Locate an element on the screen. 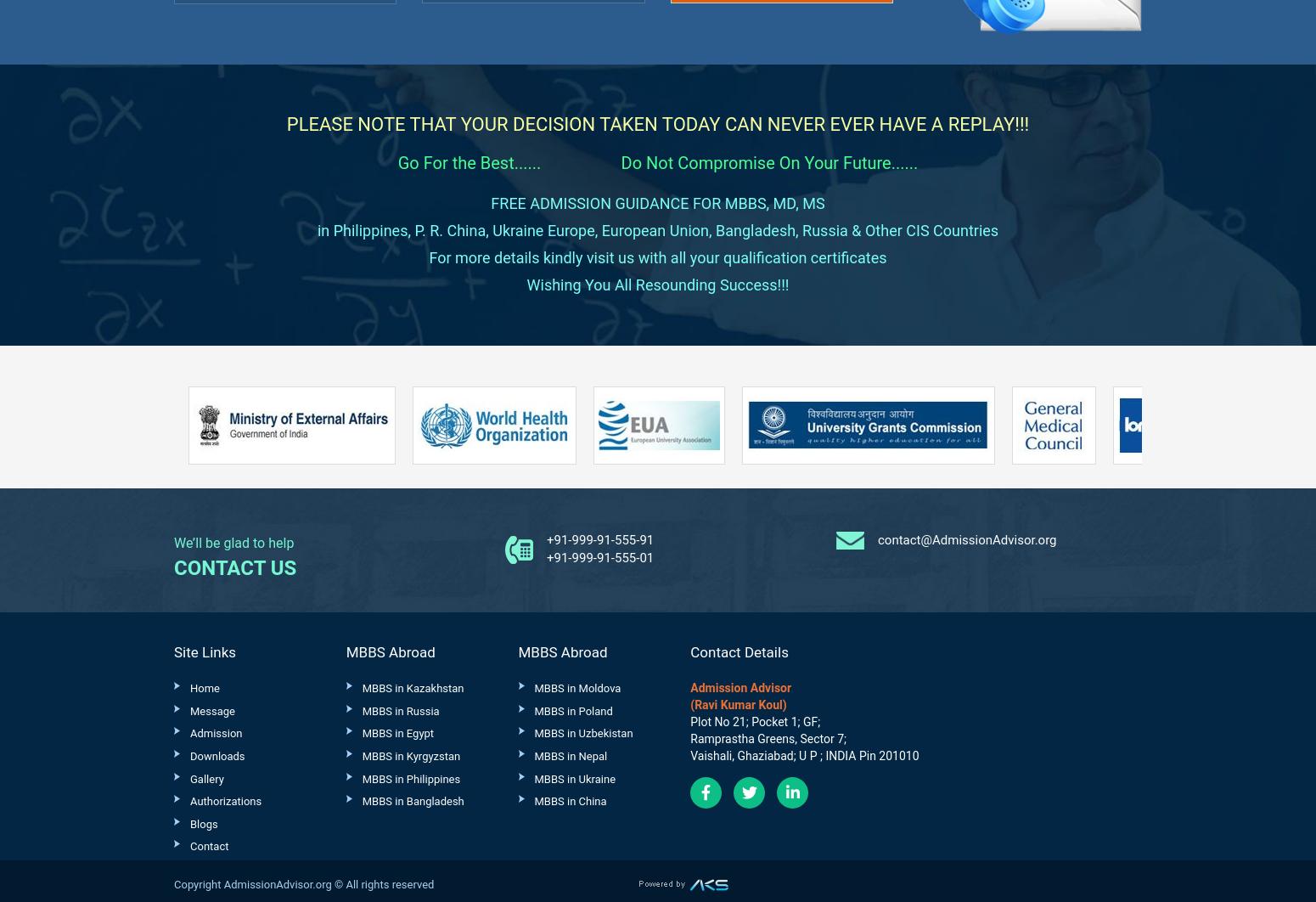 Image resolution: width=1316 pixels, height=902 pixels. 'MBBS in Uzbekistan' is located at coordinates (582, 732).